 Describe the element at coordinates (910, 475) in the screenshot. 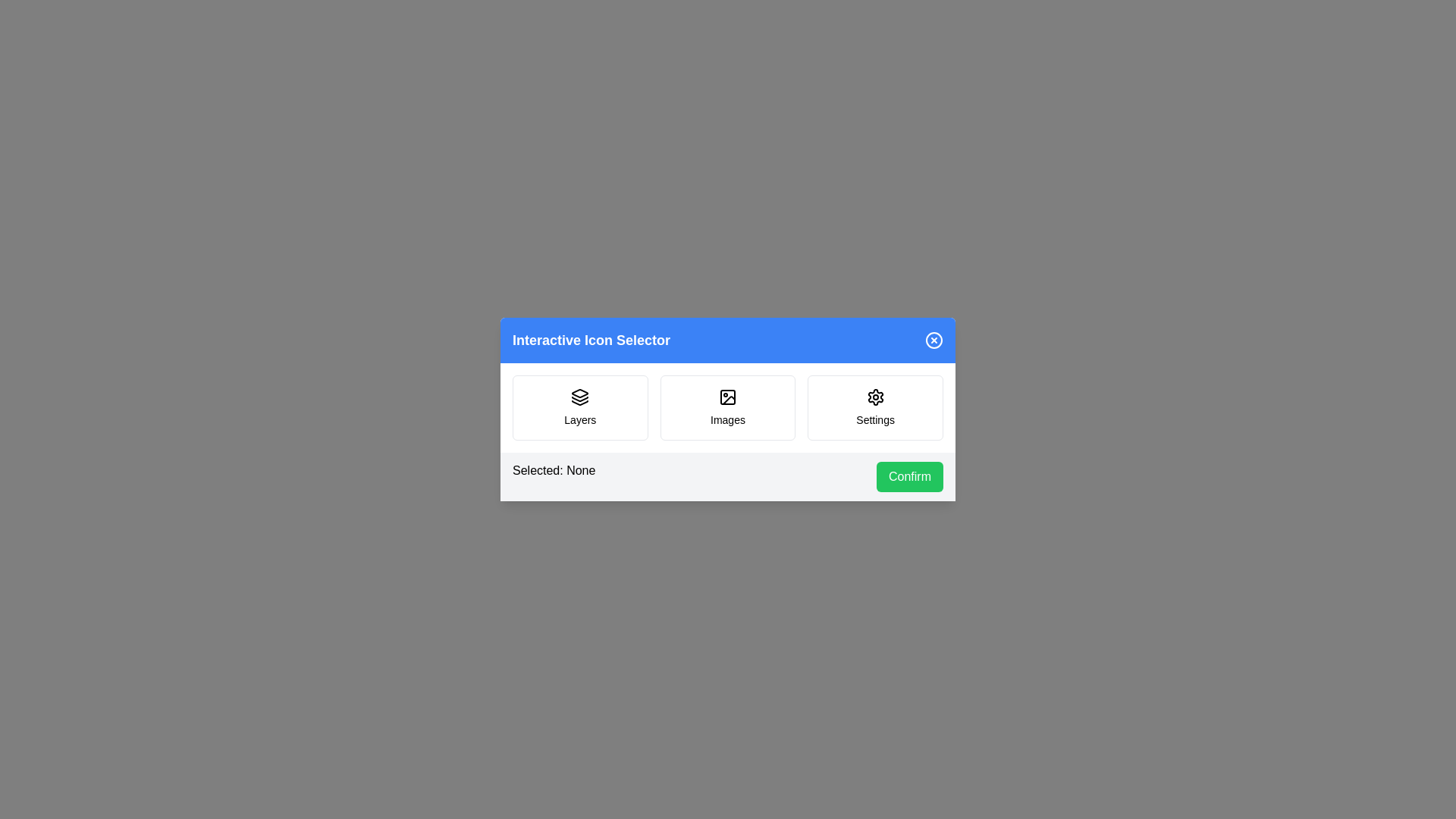

I see `the 'Confirm' button to confirm the selection` at that location.